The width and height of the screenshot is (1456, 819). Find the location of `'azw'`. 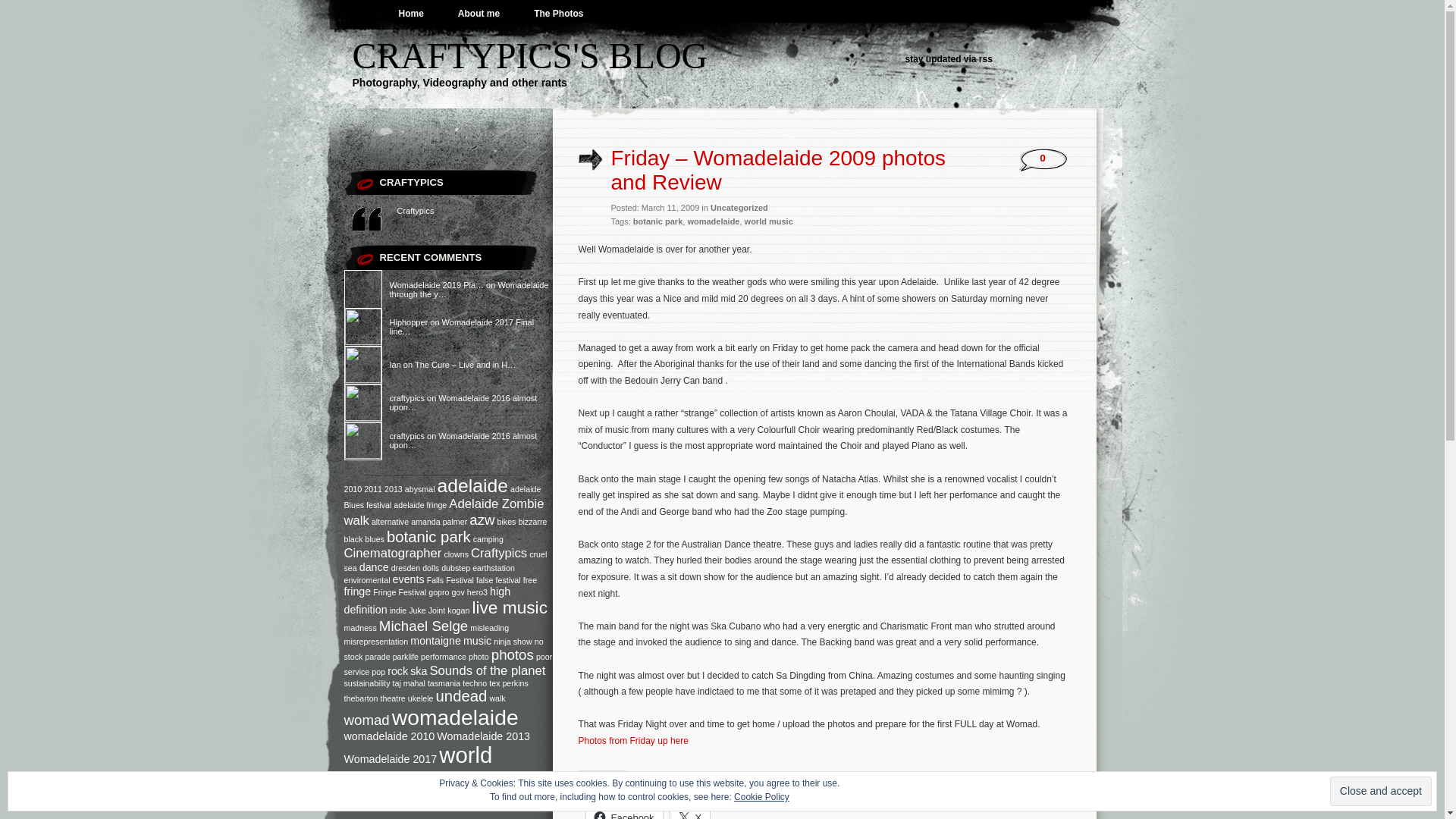

'azw' is located at coordinates (469, 519).